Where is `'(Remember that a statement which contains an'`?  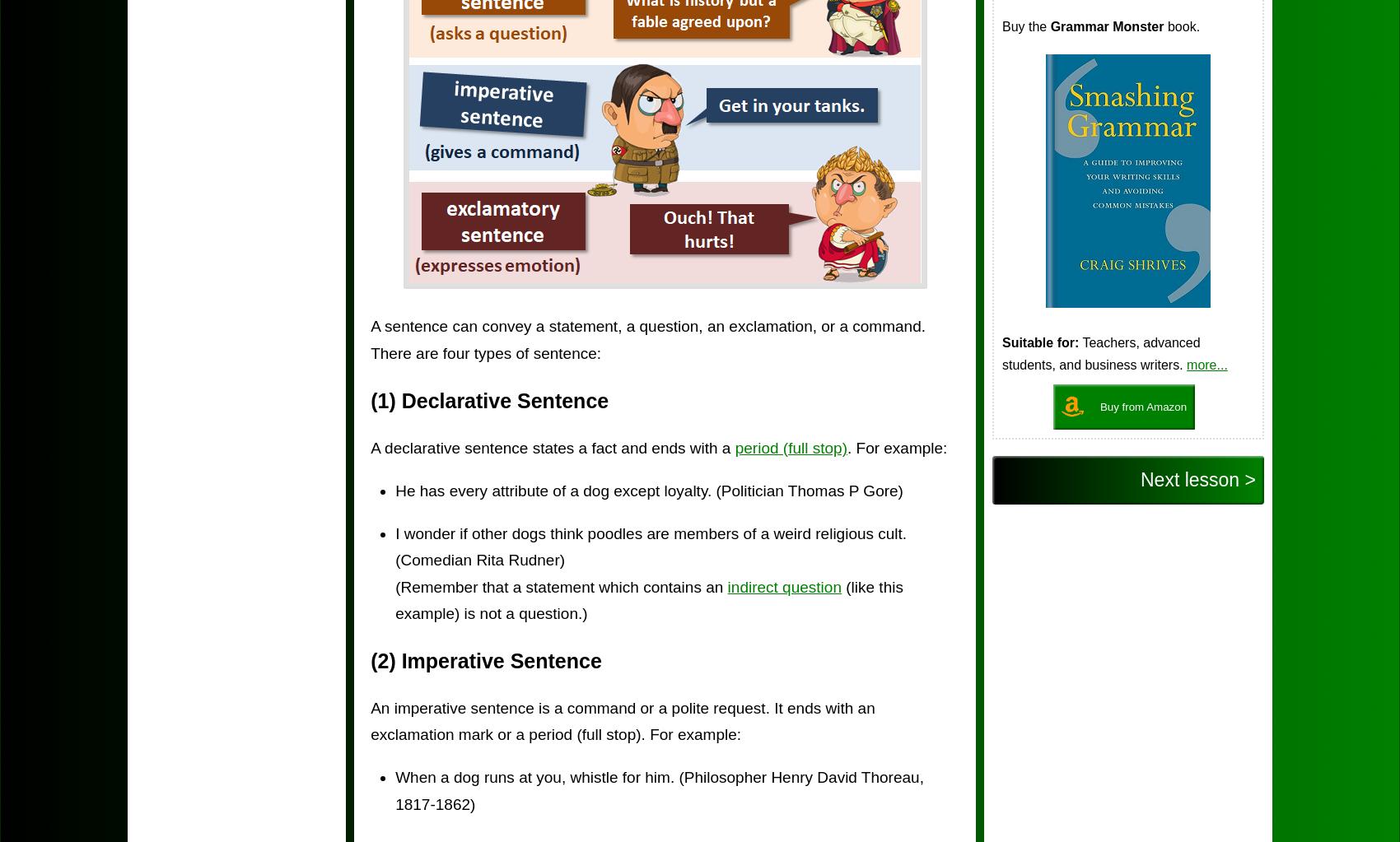
'(Remember that a statement which contains an' is located at coordinates (561, 586).